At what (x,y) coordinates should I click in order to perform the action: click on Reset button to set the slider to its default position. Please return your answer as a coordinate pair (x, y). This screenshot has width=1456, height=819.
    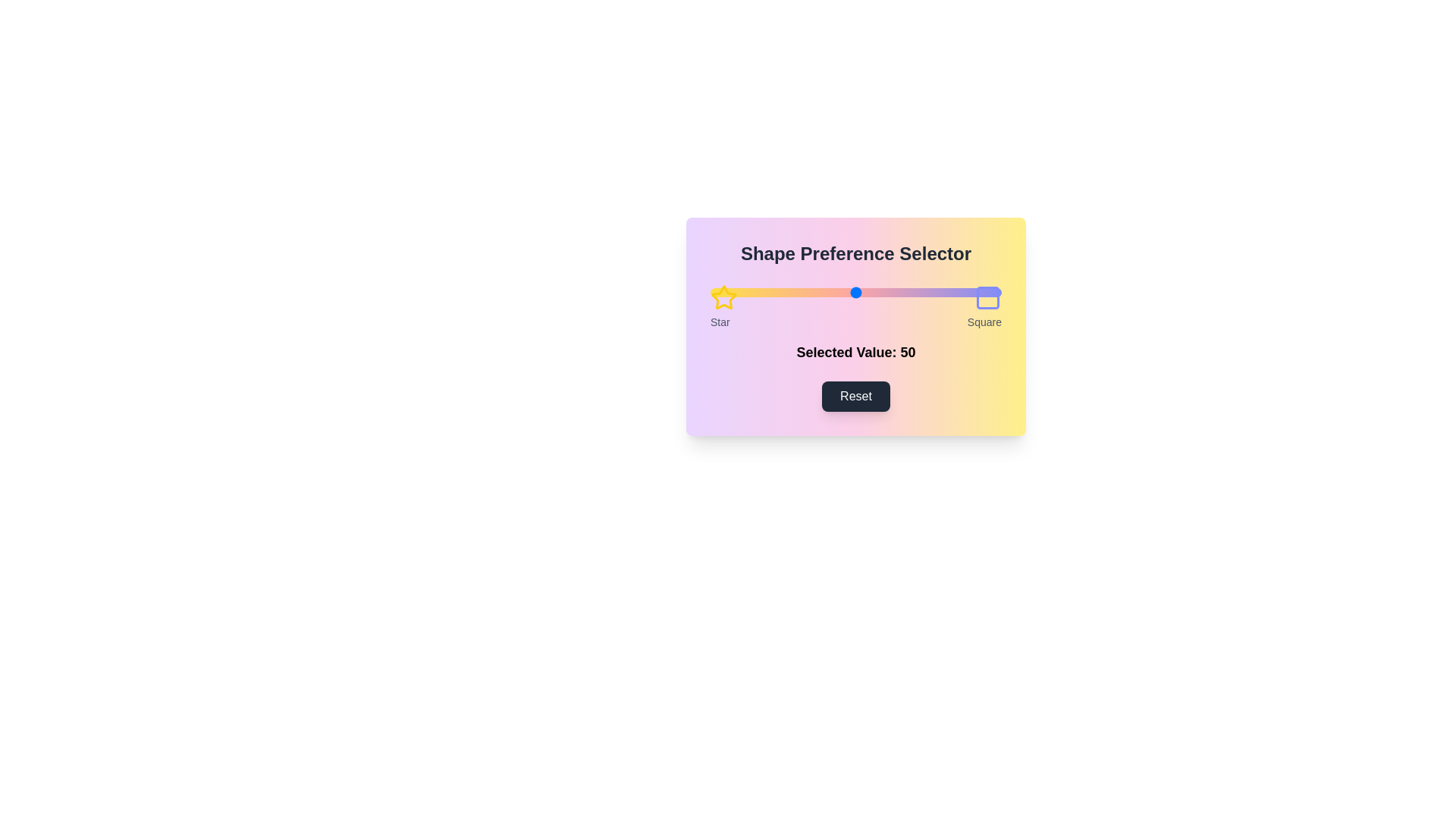
    Looking at the image, I should click on (855, 396).